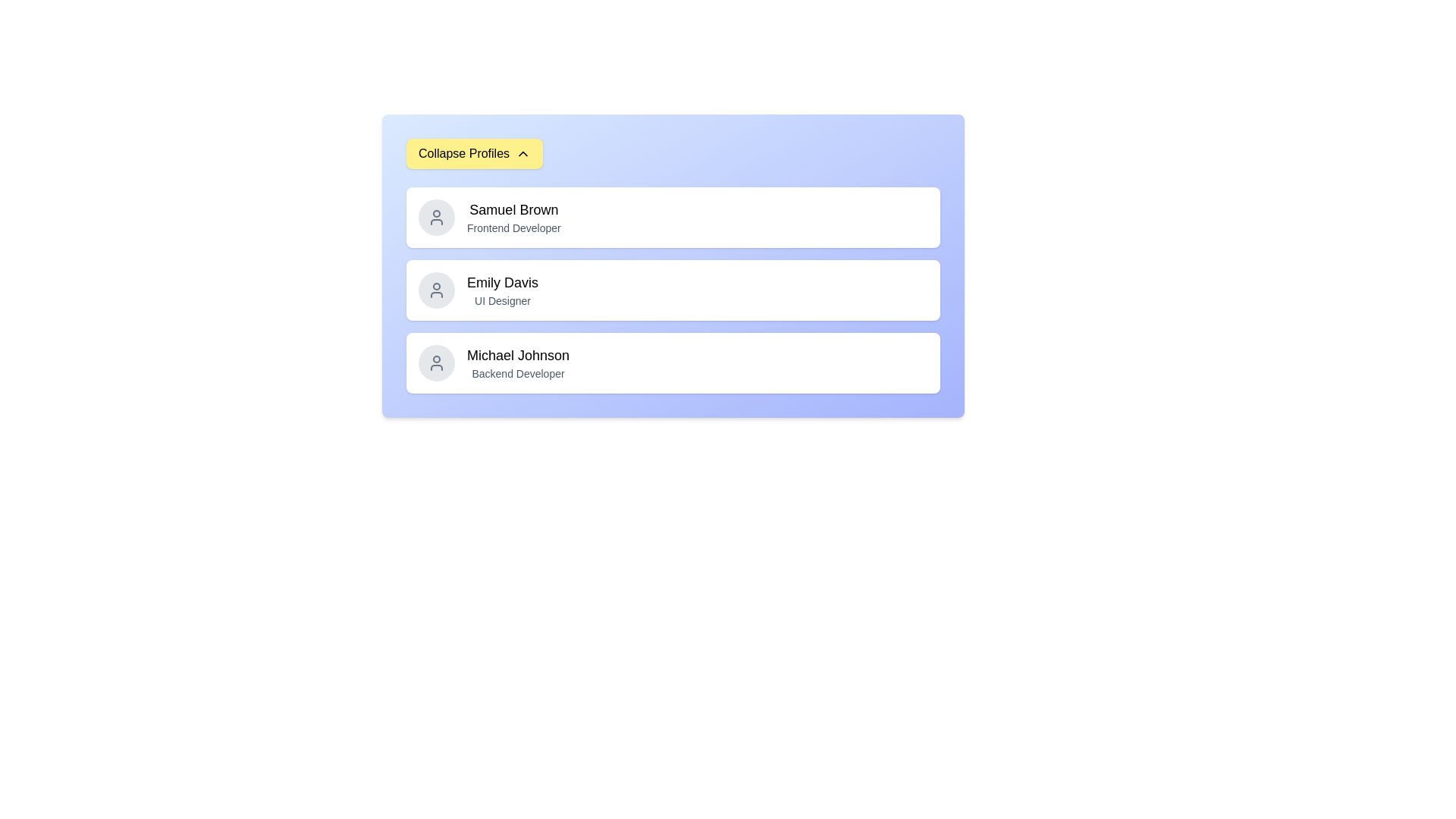 The image size is (1456, 819). I want to click on the text component displaying 'Michael Johnson' and 'Backend Developer' located within the third profile card, positioned to the right of the circular avatar icon, so click(518, 362).